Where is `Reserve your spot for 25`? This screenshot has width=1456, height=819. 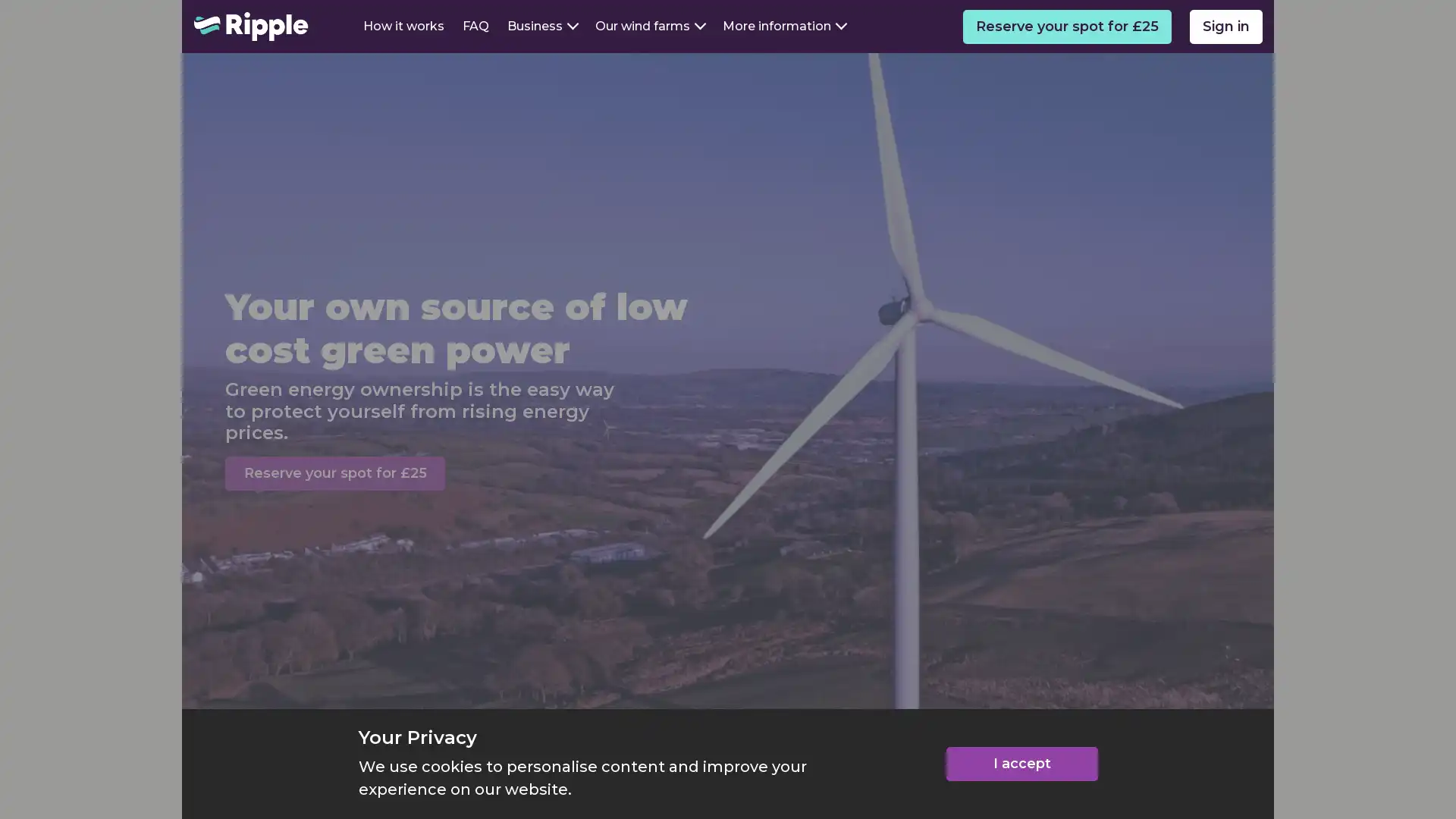 Reserve your spot for 25 is located at coordinates (1066, 26).